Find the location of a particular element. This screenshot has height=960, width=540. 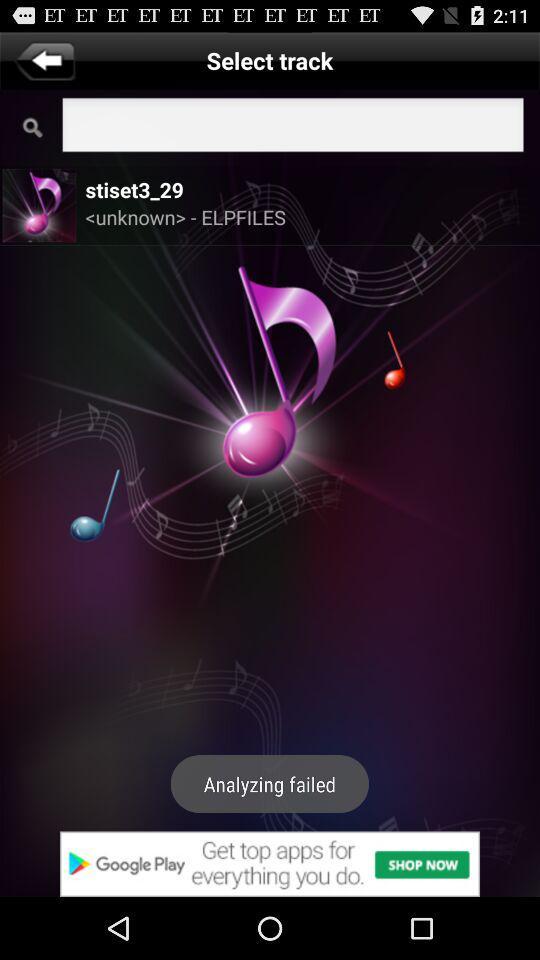

search terms is located at coordinates (292, 126).